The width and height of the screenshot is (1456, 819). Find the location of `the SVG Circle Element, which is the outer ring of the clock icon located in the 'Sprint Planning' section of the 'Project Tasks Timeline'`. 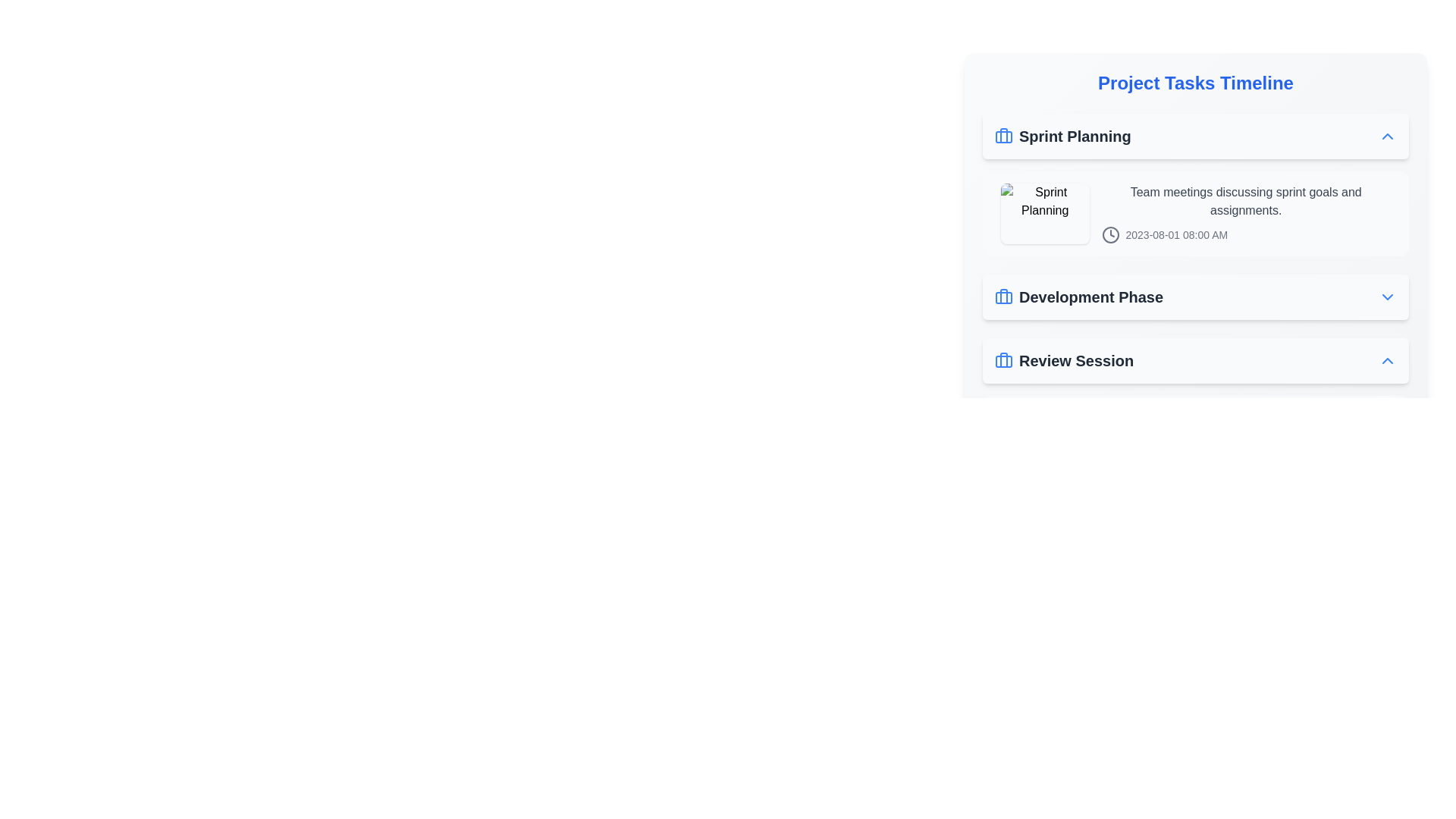

the SVG Circle Element, which is the outer ring of the clock icon located in the 'Sprint Planning' section of the 'Project Tasks Timeline' is located at coordinates (1110, 234).